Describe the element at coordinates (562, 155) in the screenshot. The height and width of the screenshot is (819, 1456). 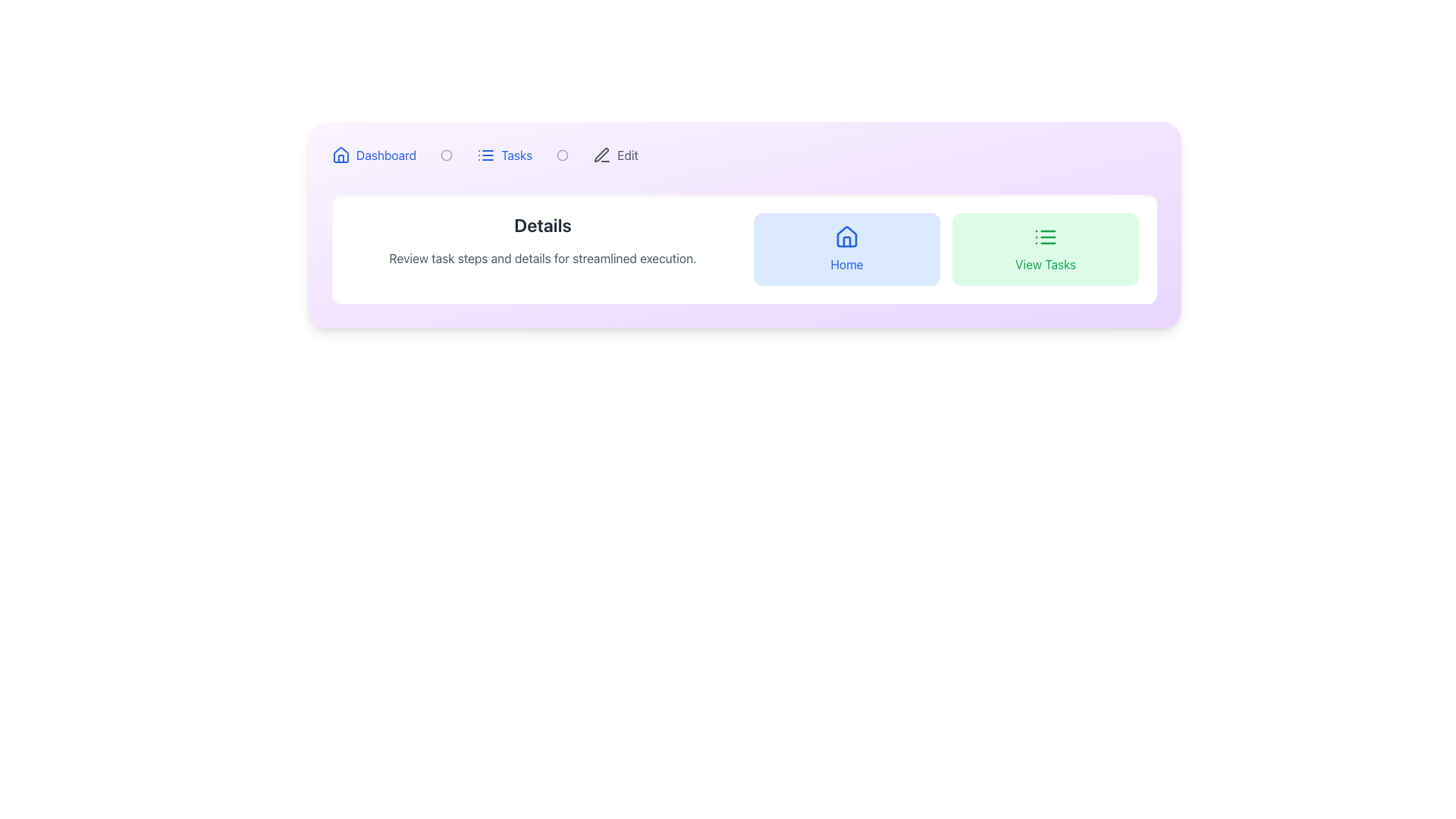
I see `the SVG Circle element located between the 'Dashboard' and 'Tasks' labels in the navigation bar` at that location.